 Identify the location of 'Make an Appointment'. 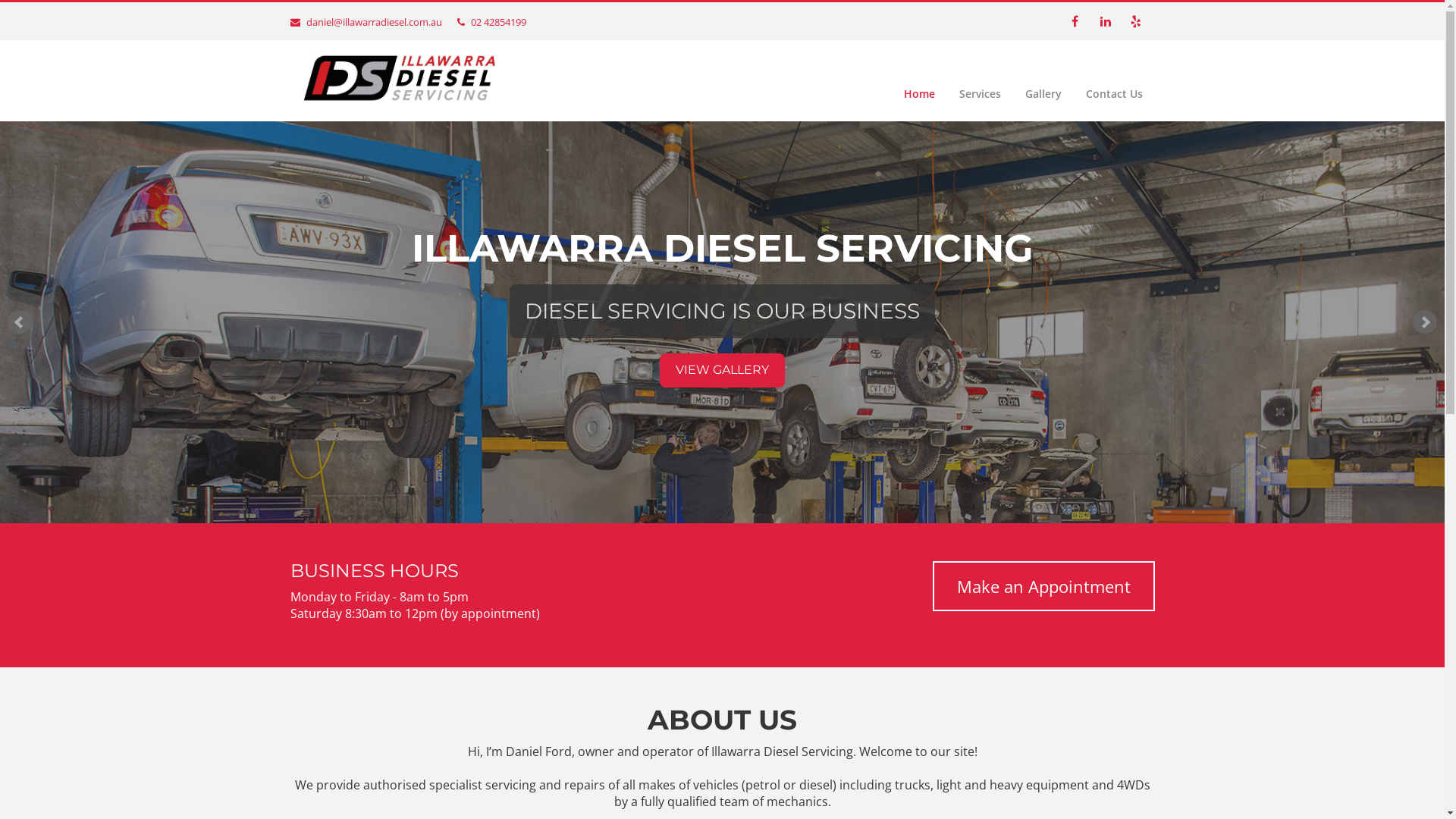
(1043, 585).